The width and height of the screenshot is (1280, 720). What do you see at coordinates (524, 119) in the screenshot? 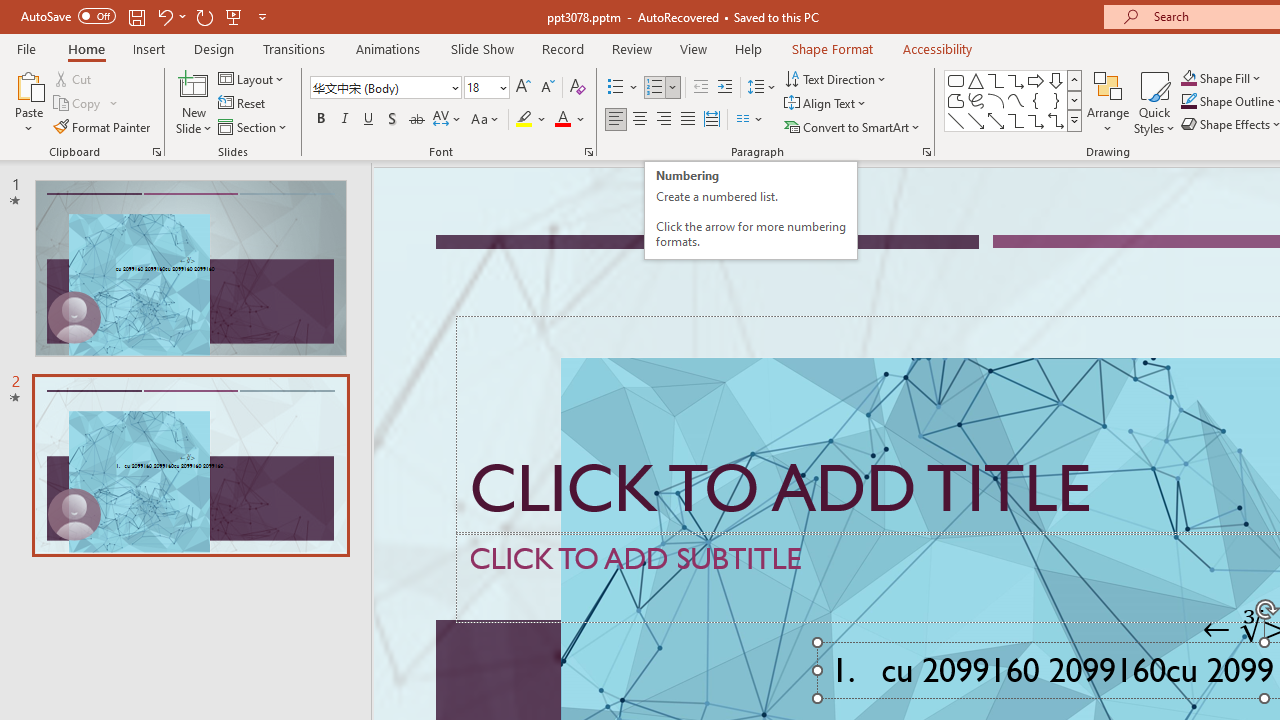
I see `'Text Highlight Color Yellow'` at bounding box center [524, 119].